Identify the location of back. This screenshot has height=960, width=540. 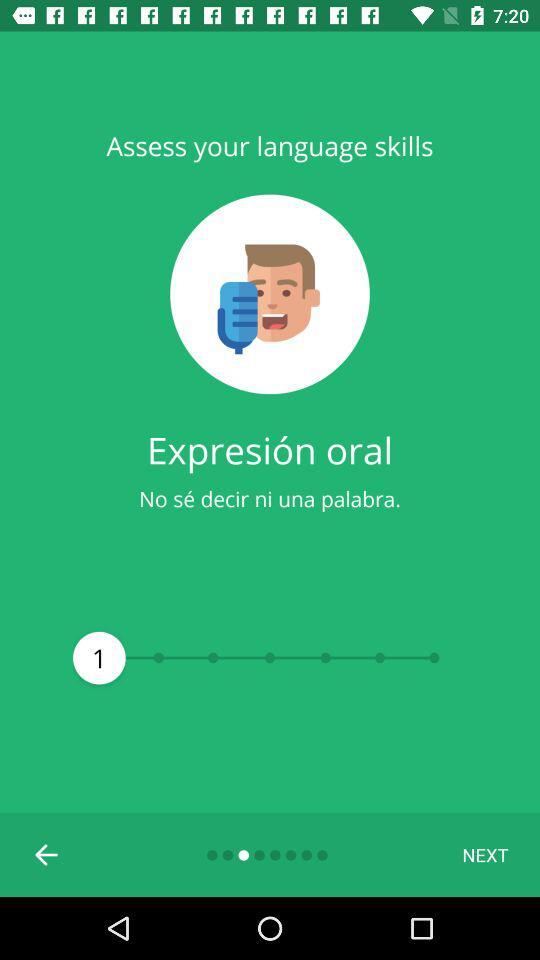
(47, 853).